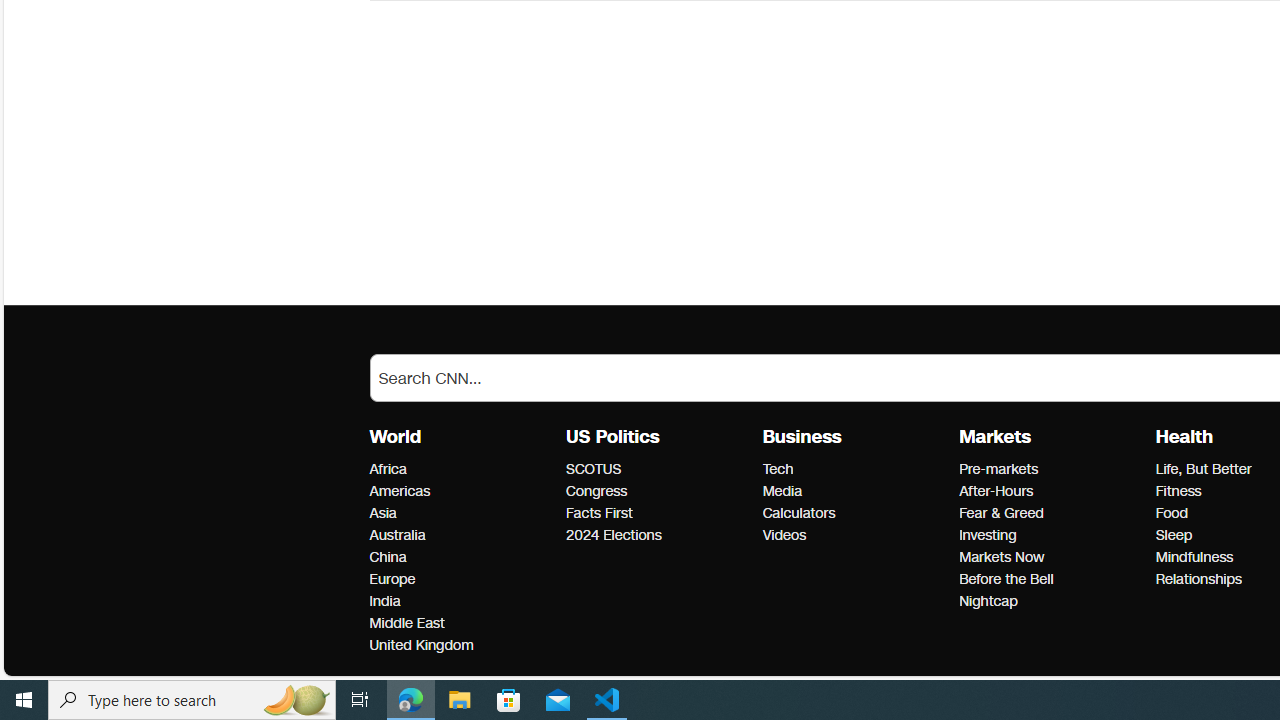 The height and width of the screenshot is (720, 1280). I want to click on 'Markets Fear & Greed', so click(1001, 512).